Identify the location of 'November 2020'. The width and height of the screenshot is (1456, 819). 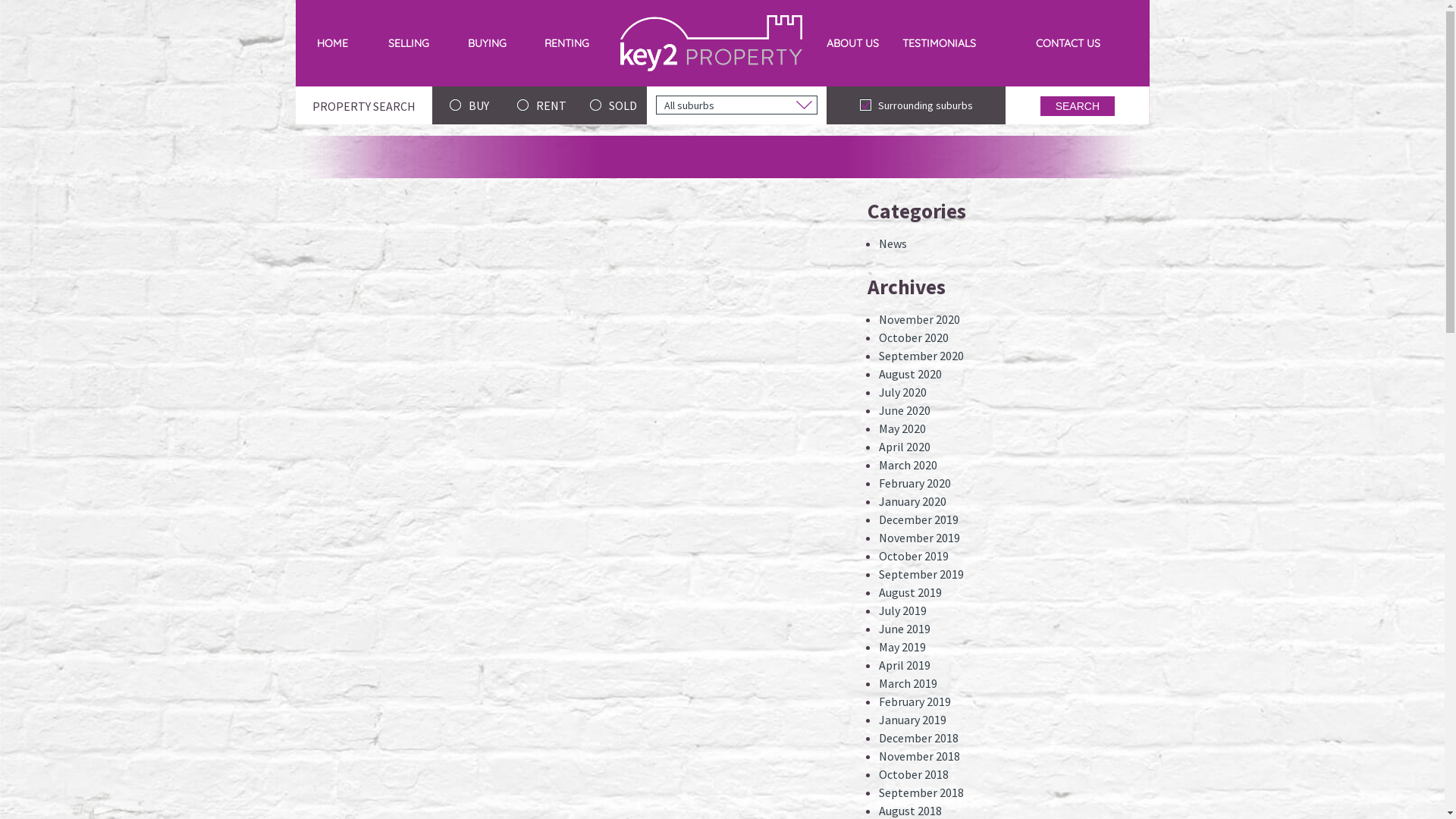
(918, 318).